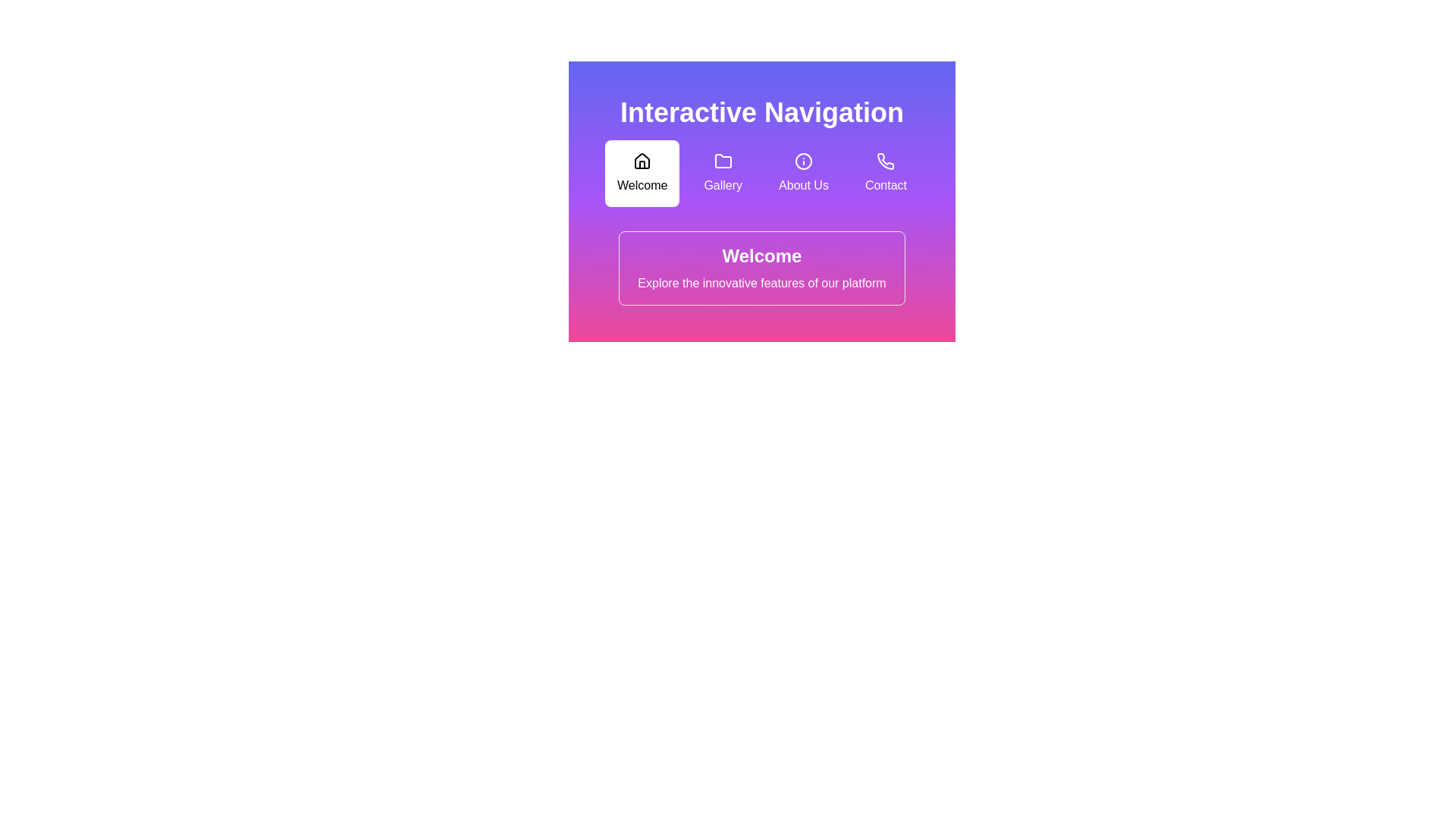  Describe the element at coordinates (885, 172) in the screenshot. I see `the interactive 'Contact' button located at the far right of the navigation buttons` at that location.